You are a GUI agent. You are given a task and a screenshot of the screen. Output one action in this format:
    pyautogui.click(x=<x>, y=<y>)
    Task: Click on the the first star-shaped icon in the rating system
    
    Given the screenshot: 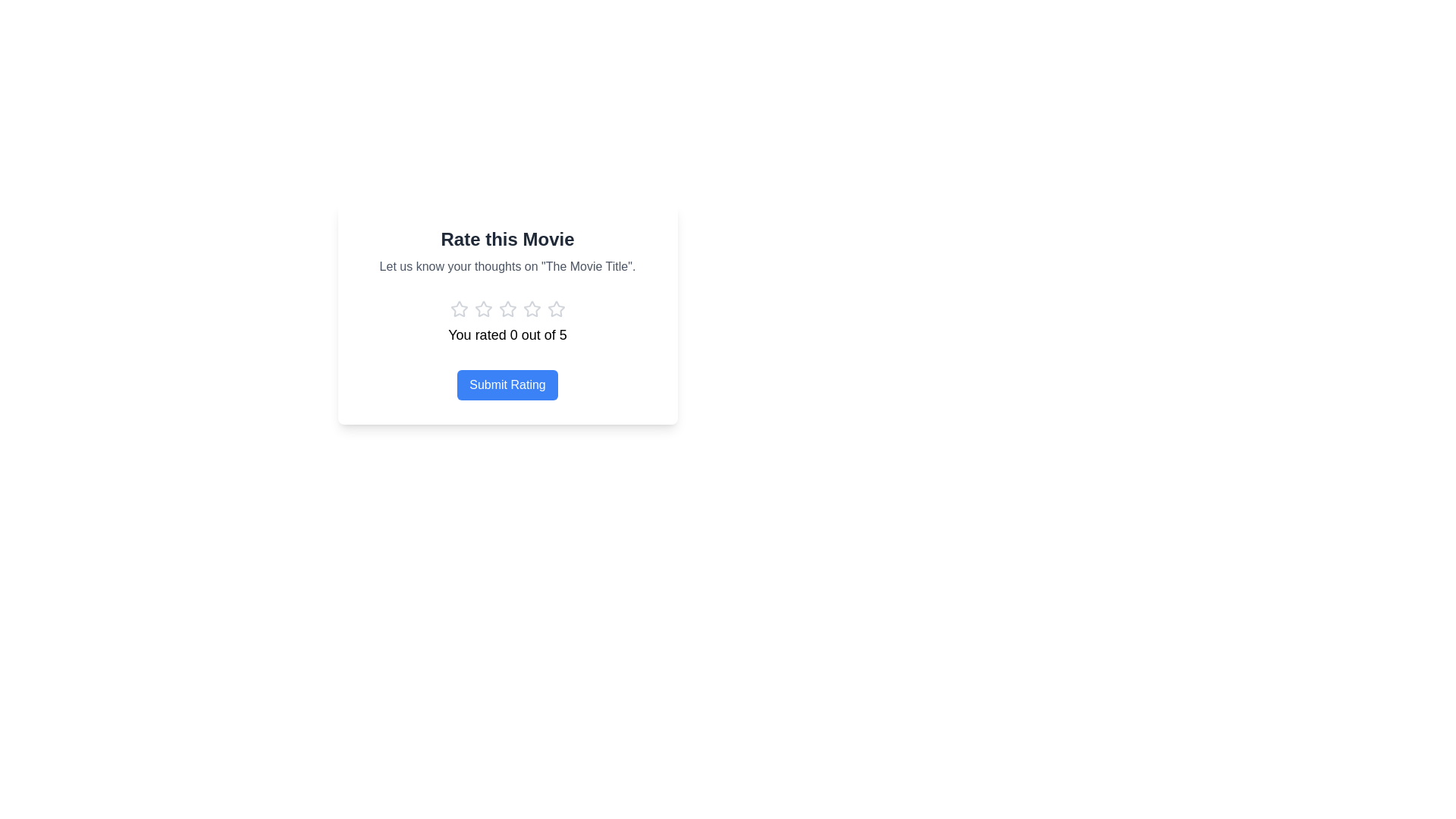 What is the action you would take?
    pyautogui.click(x=482, y=308)
    